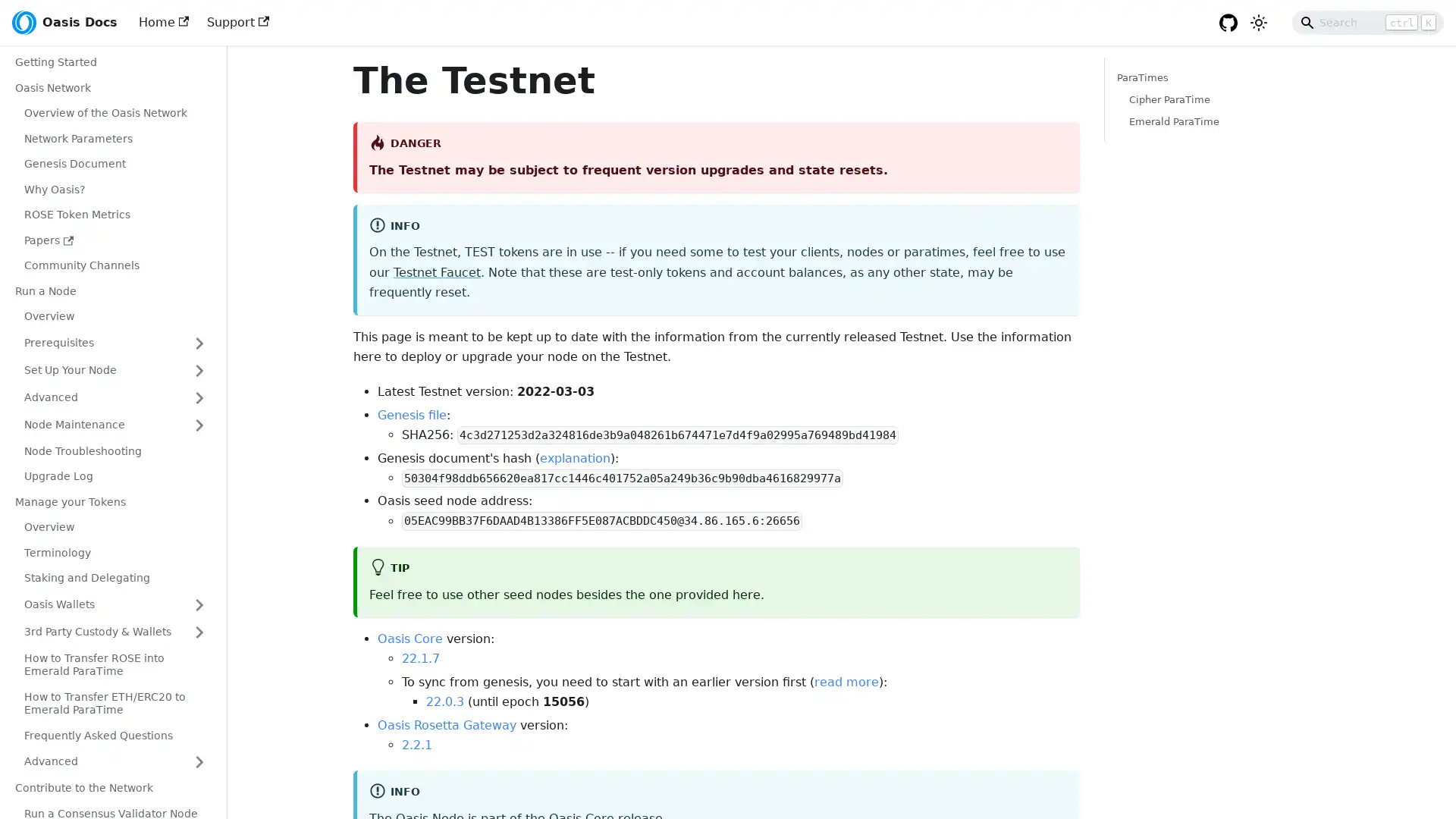 This screenshot has width=1456, height=819. Describe the element at coordinates (199, 370) in the screenshot. I see `Toggle the collapsible sidebar category 'Set Up Your Node'` at that location.